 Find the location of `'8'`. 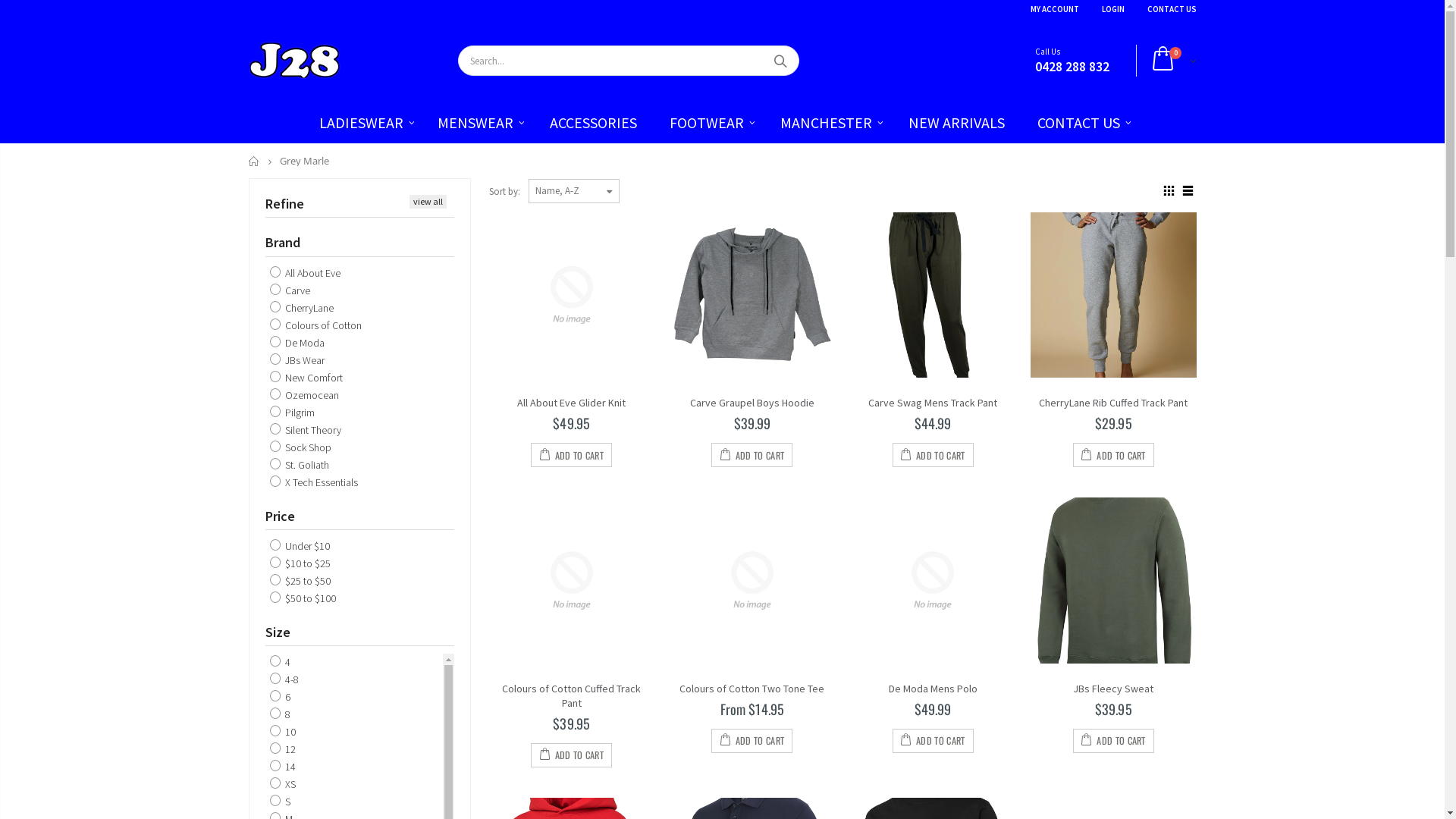

'8' is located at coordinates (280, 714).